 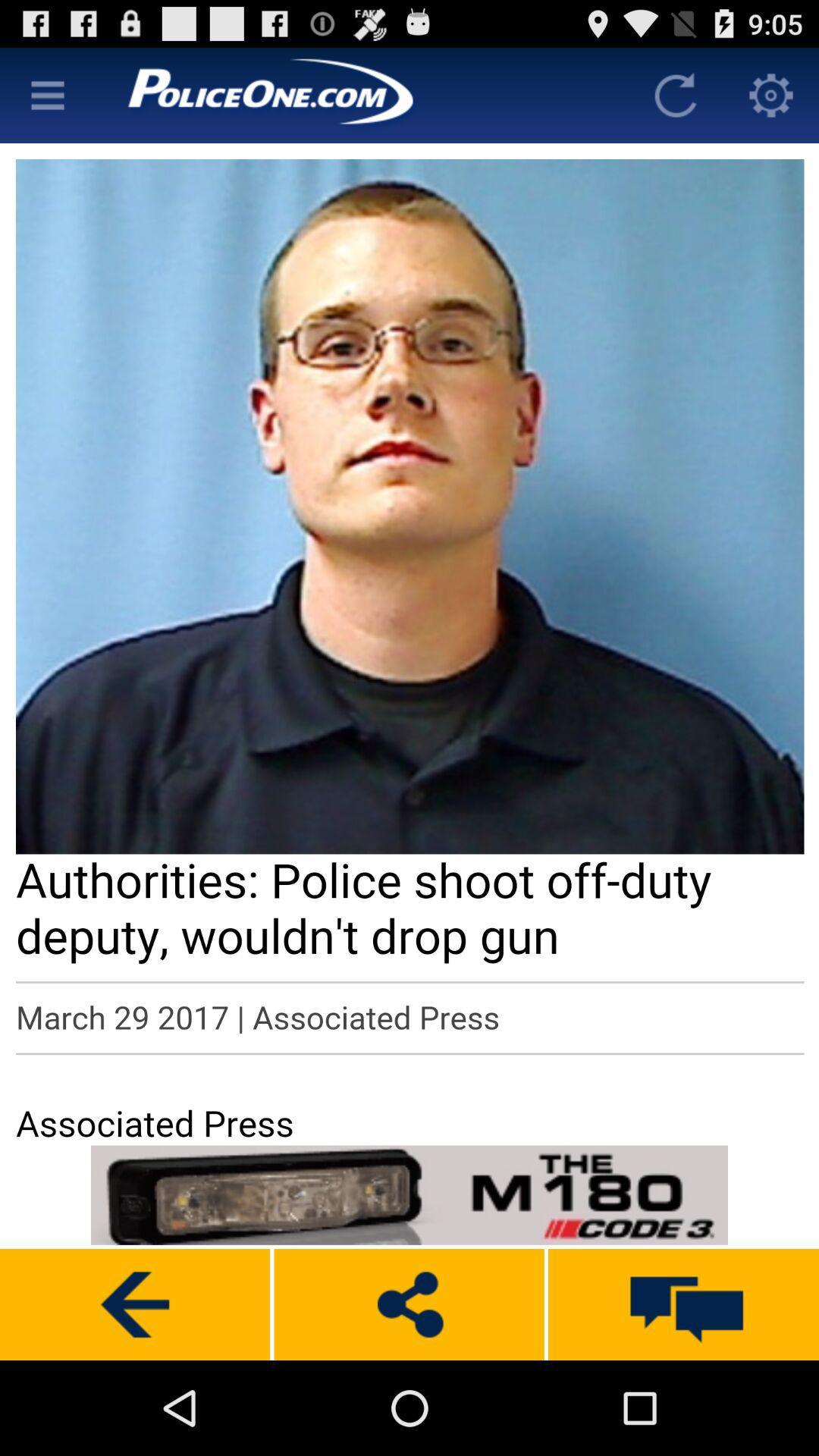 I want to click on search, so click(x=46, y=94).